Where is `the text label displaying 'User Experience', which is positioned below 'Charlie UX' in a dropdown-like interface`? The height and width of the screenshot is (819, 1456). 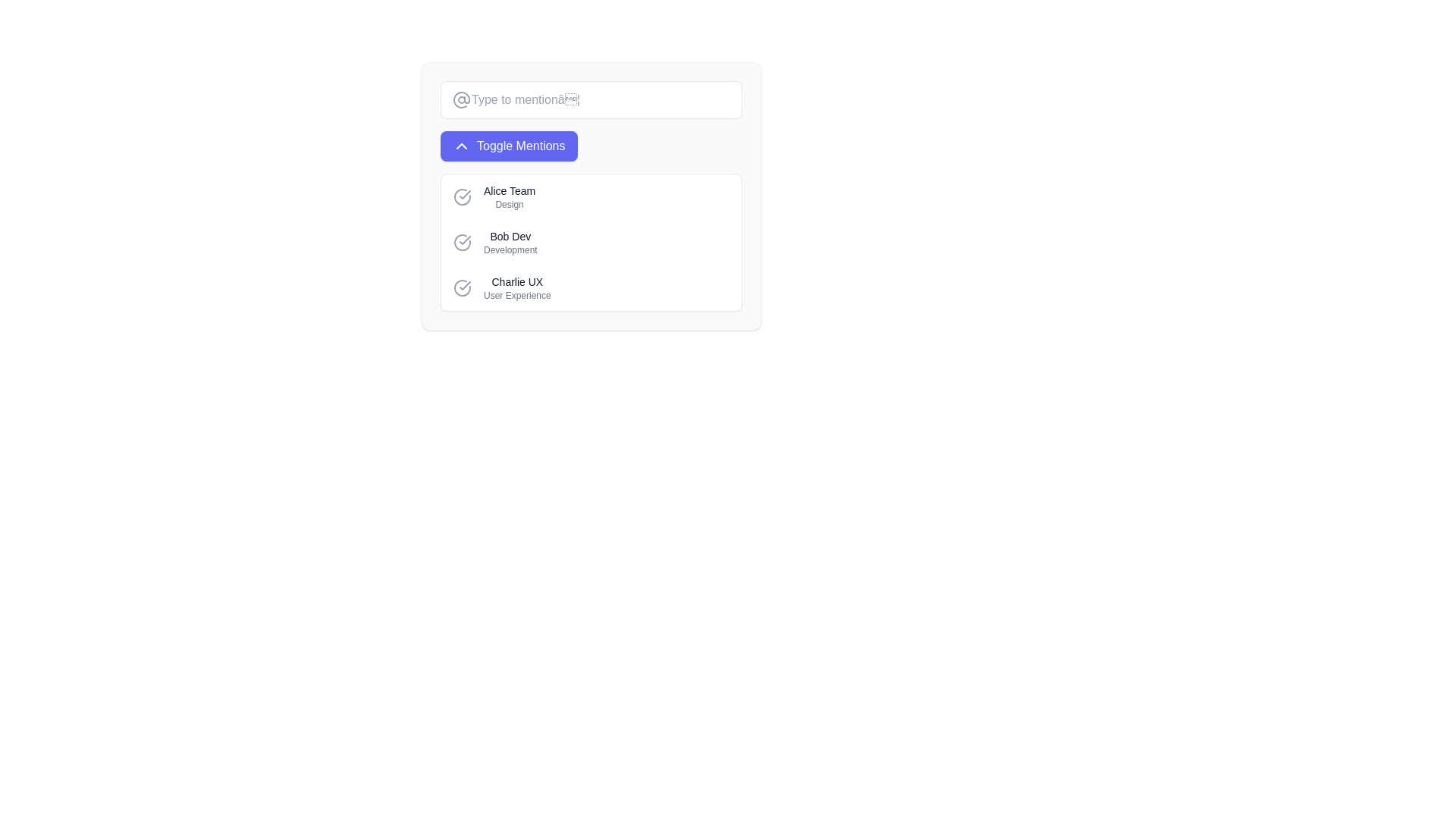
the text label displaying 'User Experience', which is positioned below 'Charlie UX' in a dropdown-like interface is located at coordinates (517, 295).